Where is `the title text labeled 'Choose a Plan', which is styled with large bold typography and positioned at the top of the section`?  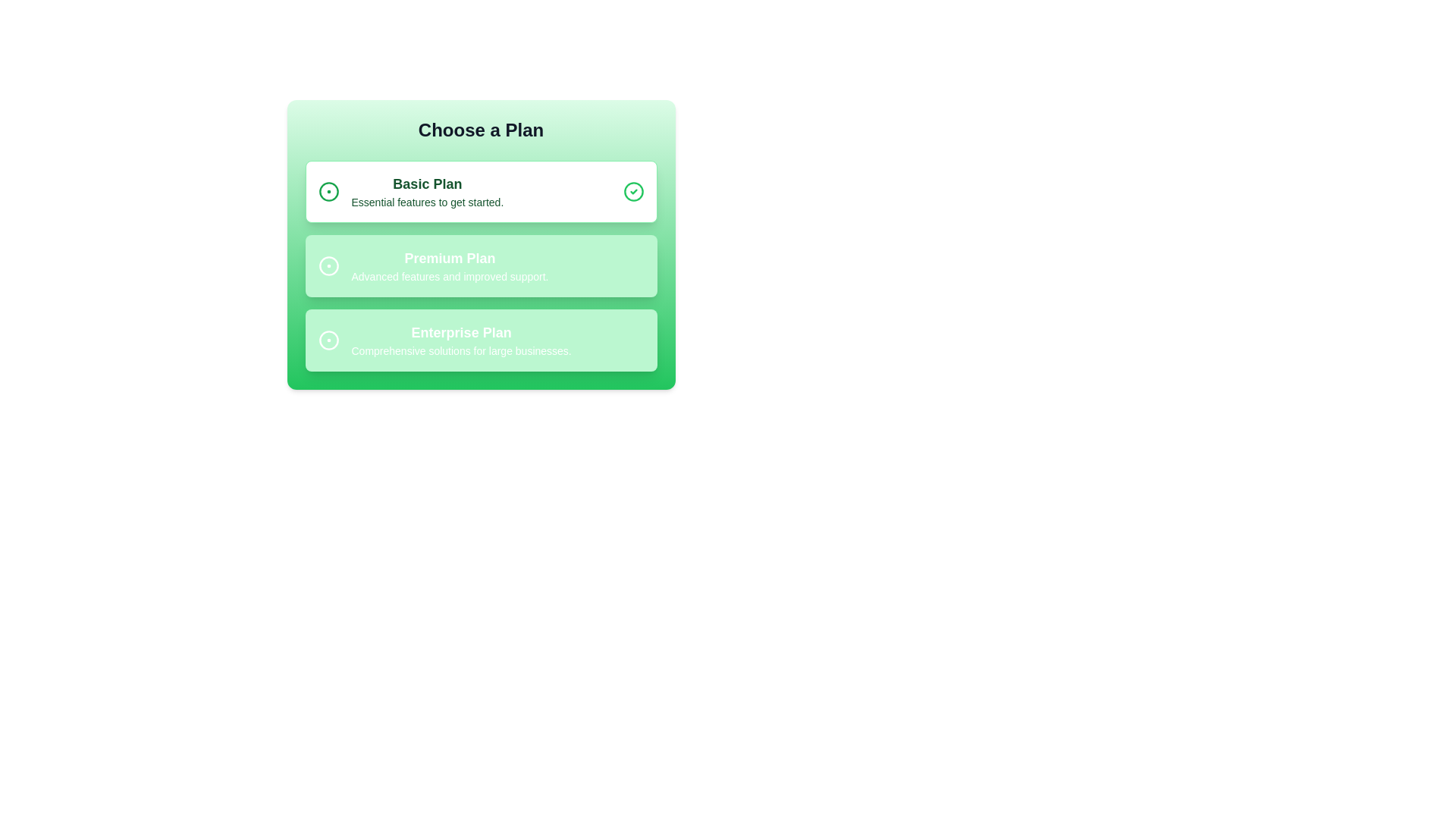 the title text labeled 'Choose a Plan', which is styled with large bold typography and positioned at the top of the section is located at coordinates (480, 130).